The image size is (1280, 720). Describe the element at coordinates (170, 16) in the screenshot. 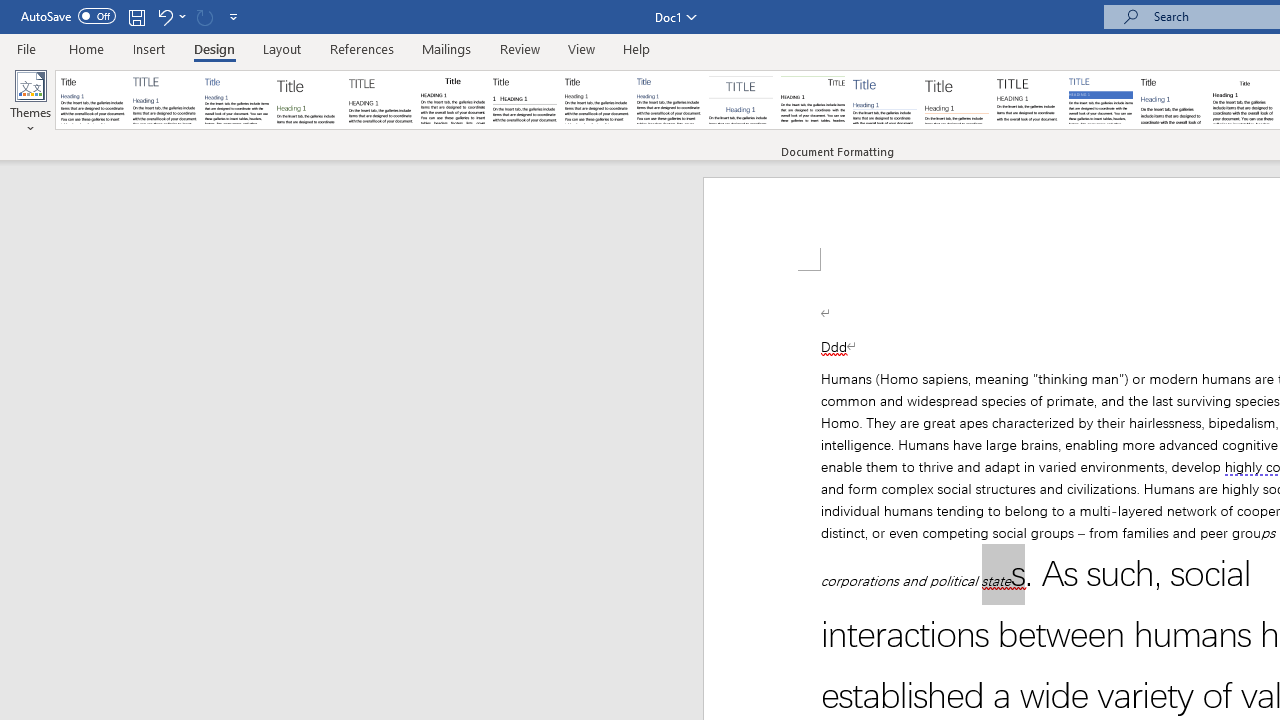

I see `'Undo Apply Quick Style Set'` at that location.